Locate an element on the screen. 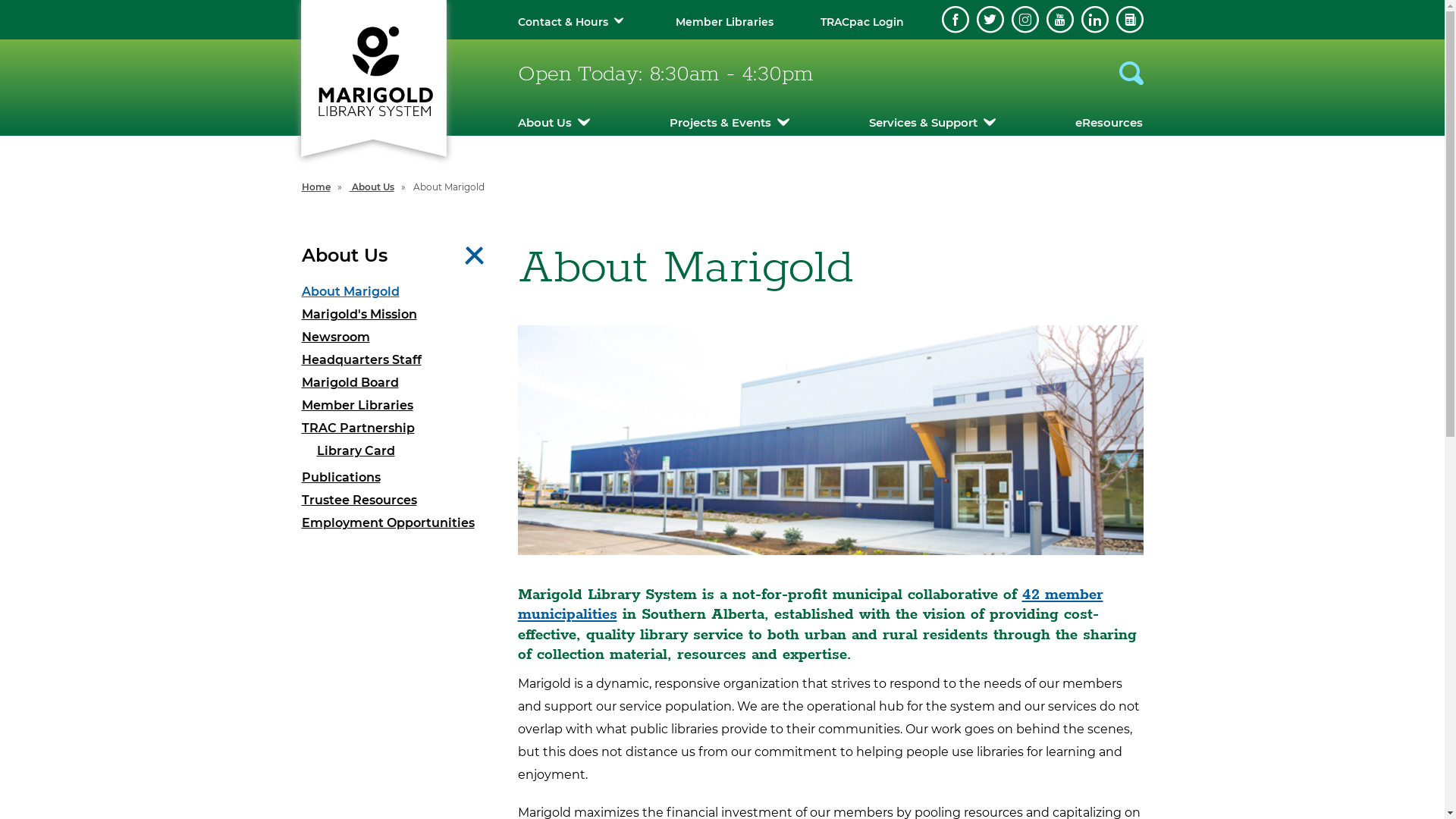 The width and height of the screenshot is (1456, 819). 'Member Libraries' is located at coordinates (723, 22).